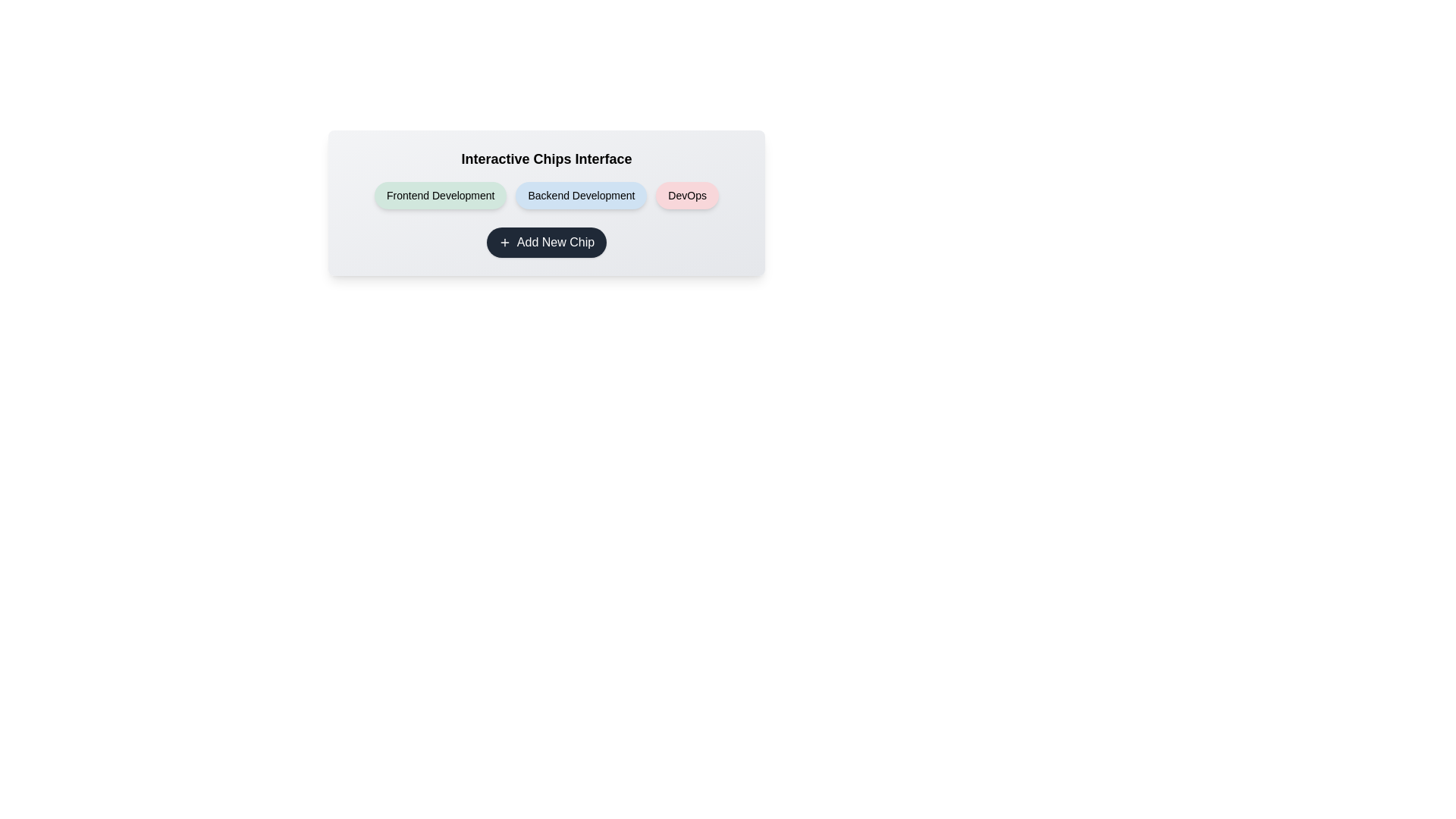 The width and height of the screenshot is (1456, 819). What do you see at coordinates (580, 195) in the screenshot?
I see `the 'Backend Development' chip` at bounding box center [580, 195].